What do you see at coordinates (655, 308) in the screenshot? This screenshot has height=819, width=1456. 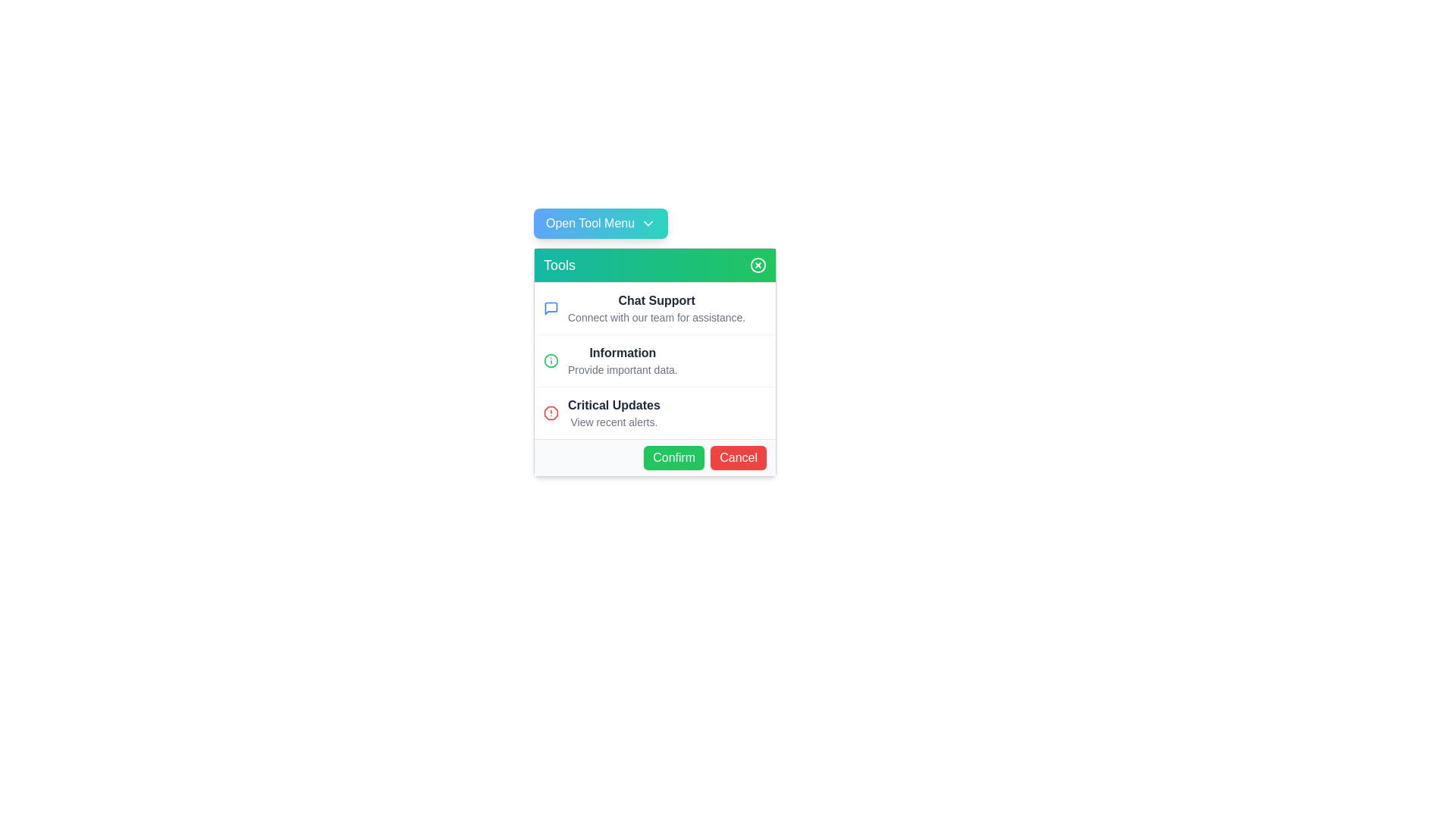 I see `the first list item labeled 'Chat Support', which features a blue speech bubble icon` at bounding box center [655, 308].